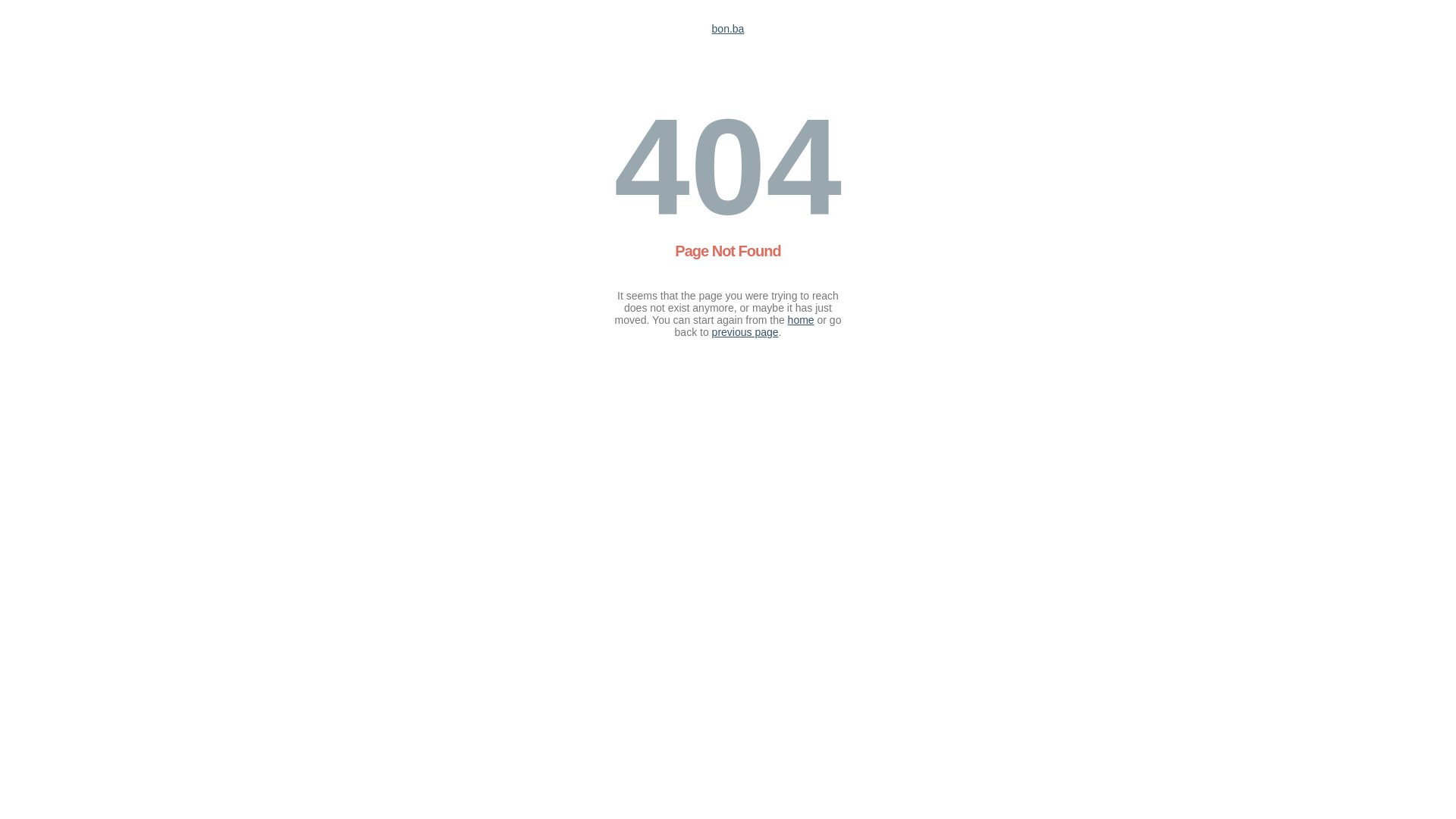  Describe the element at coordinates (745, 331) in the screenshot. I see `'previous page'` at that location.